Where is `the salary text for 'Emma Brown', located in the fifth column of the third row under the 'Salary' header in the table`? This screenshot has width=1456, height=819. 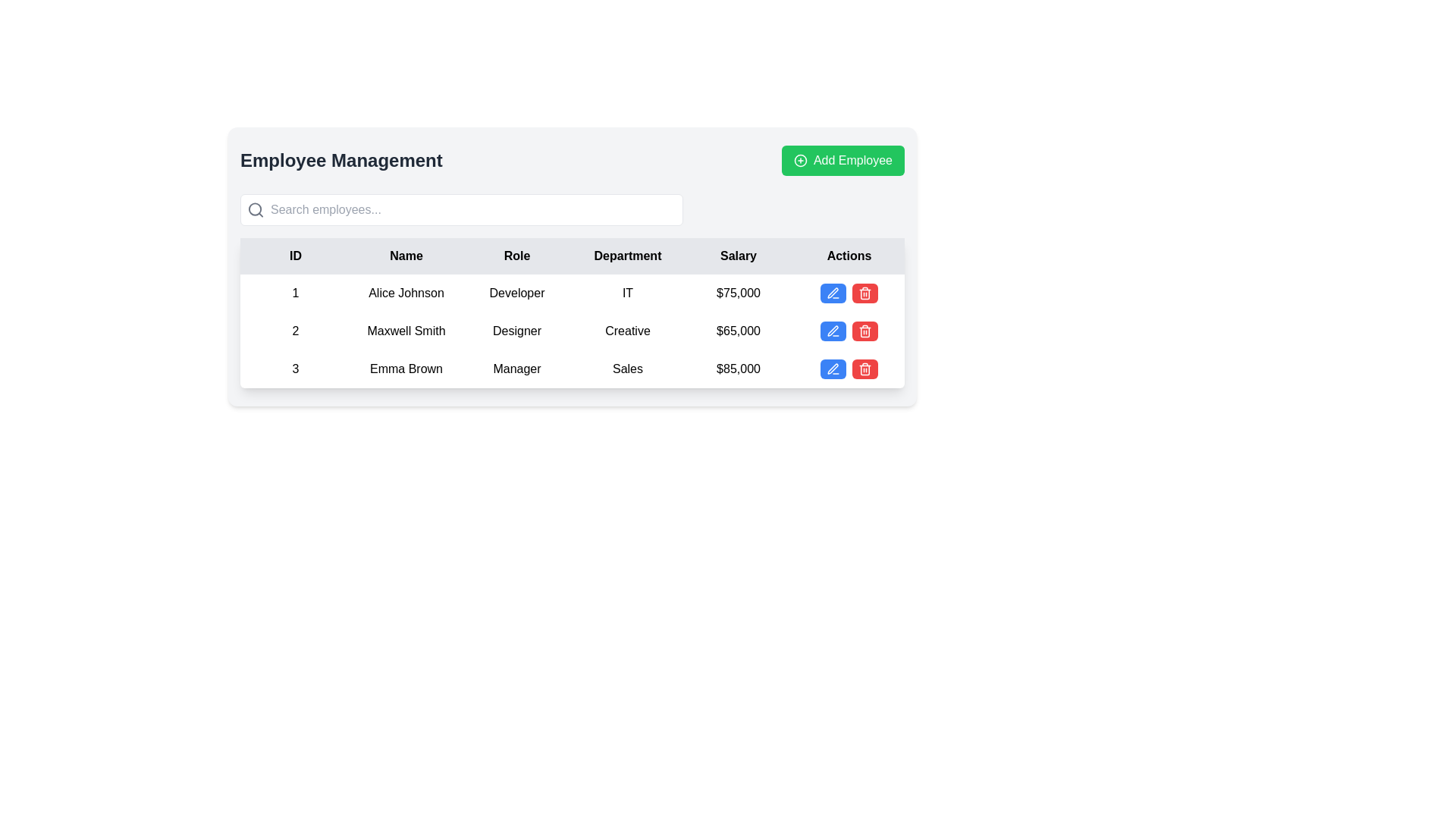 the salary text for 'Emma Brown', located in the fifth column of the third row under the 'Salary' header in the table is located at coordinates (739, 369).